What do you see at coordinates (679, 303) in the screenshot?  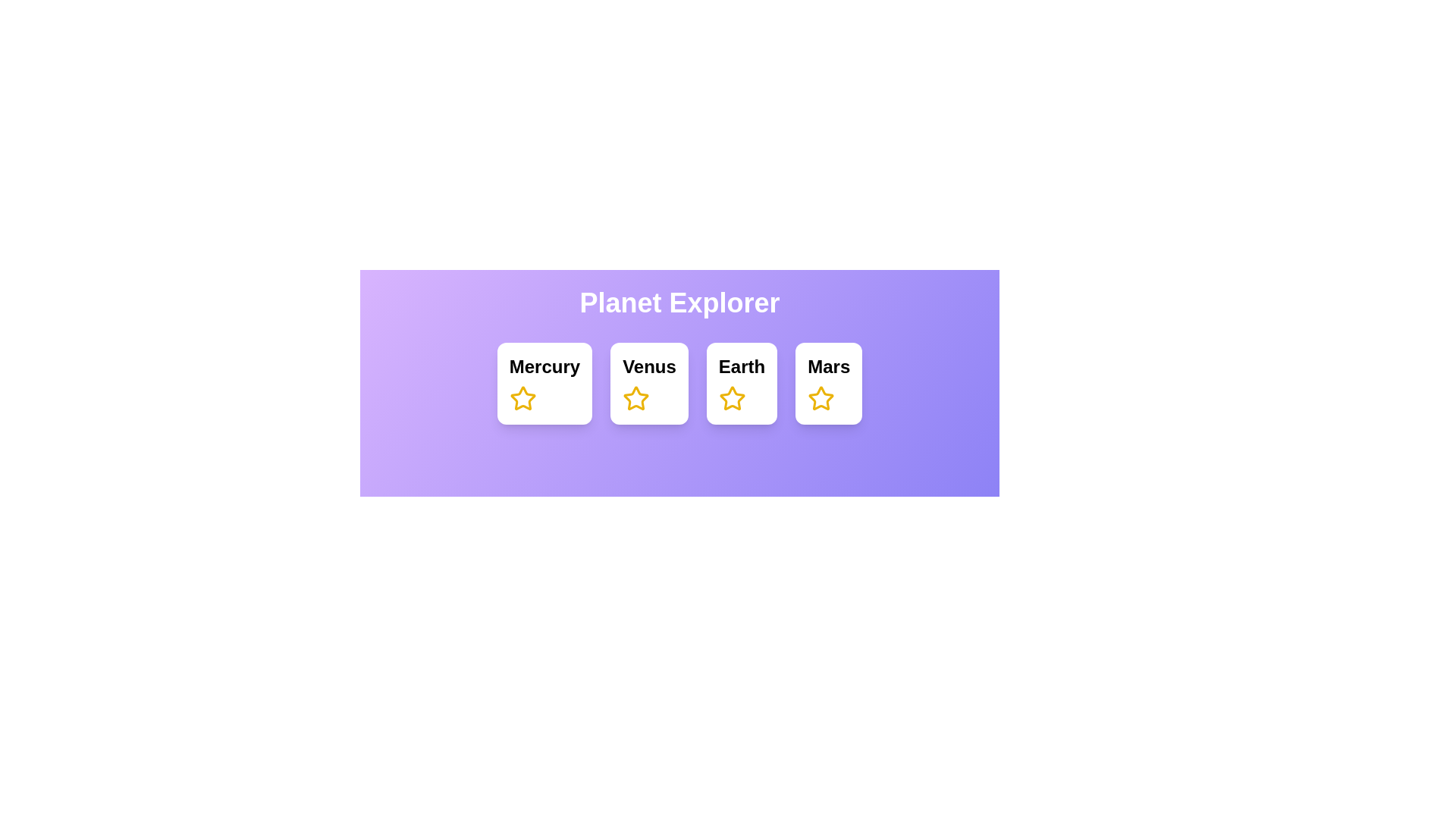 I see `the 'Planet Explorer' header, which is a large, bold, centered text element displaying 'Planet Explorer' in white color with a gradient background from purple to indigo` at bounding box center [679, 303].